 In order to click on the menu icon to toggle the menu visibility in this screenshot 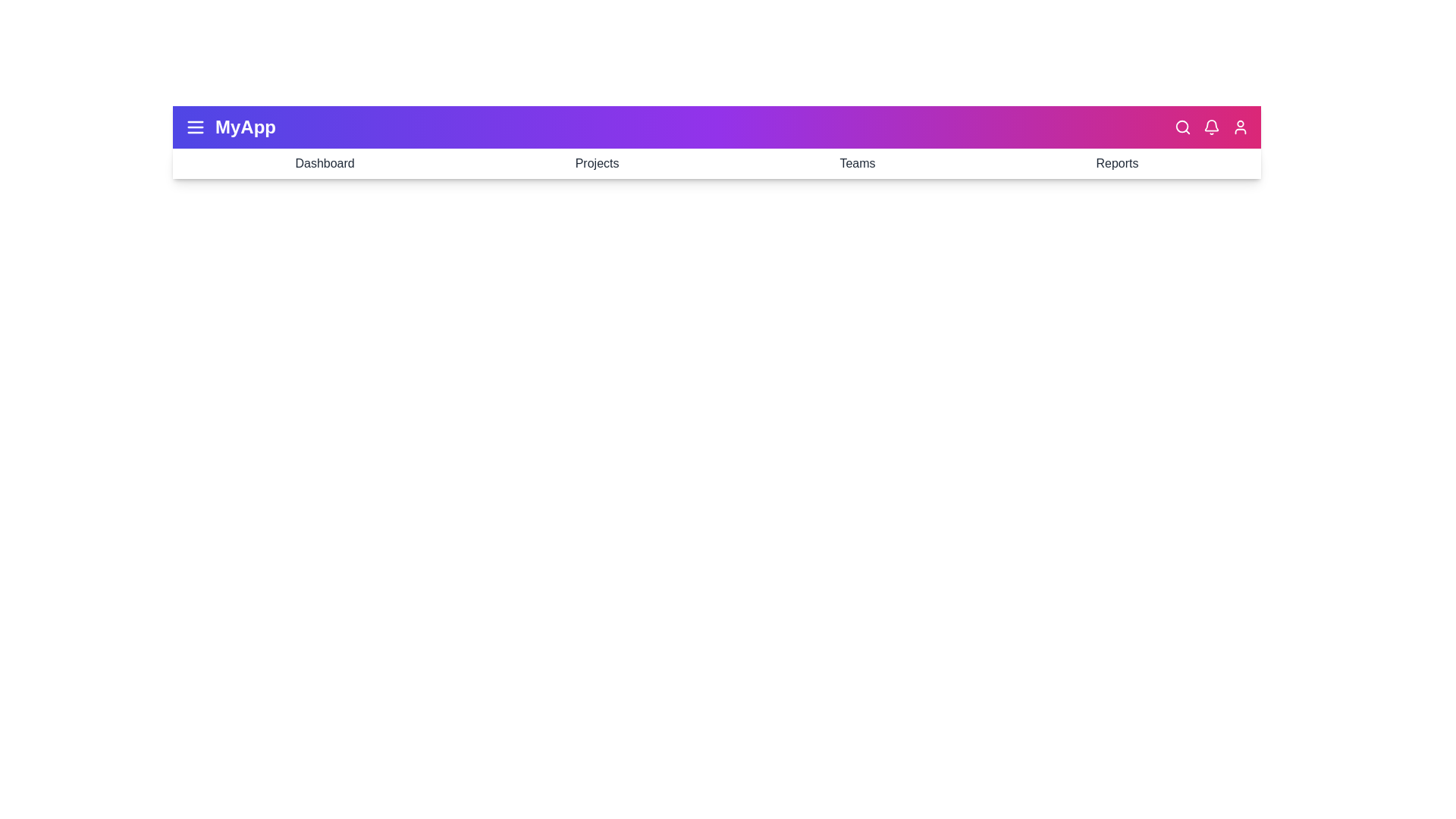, I will do `click(195, 127)`.